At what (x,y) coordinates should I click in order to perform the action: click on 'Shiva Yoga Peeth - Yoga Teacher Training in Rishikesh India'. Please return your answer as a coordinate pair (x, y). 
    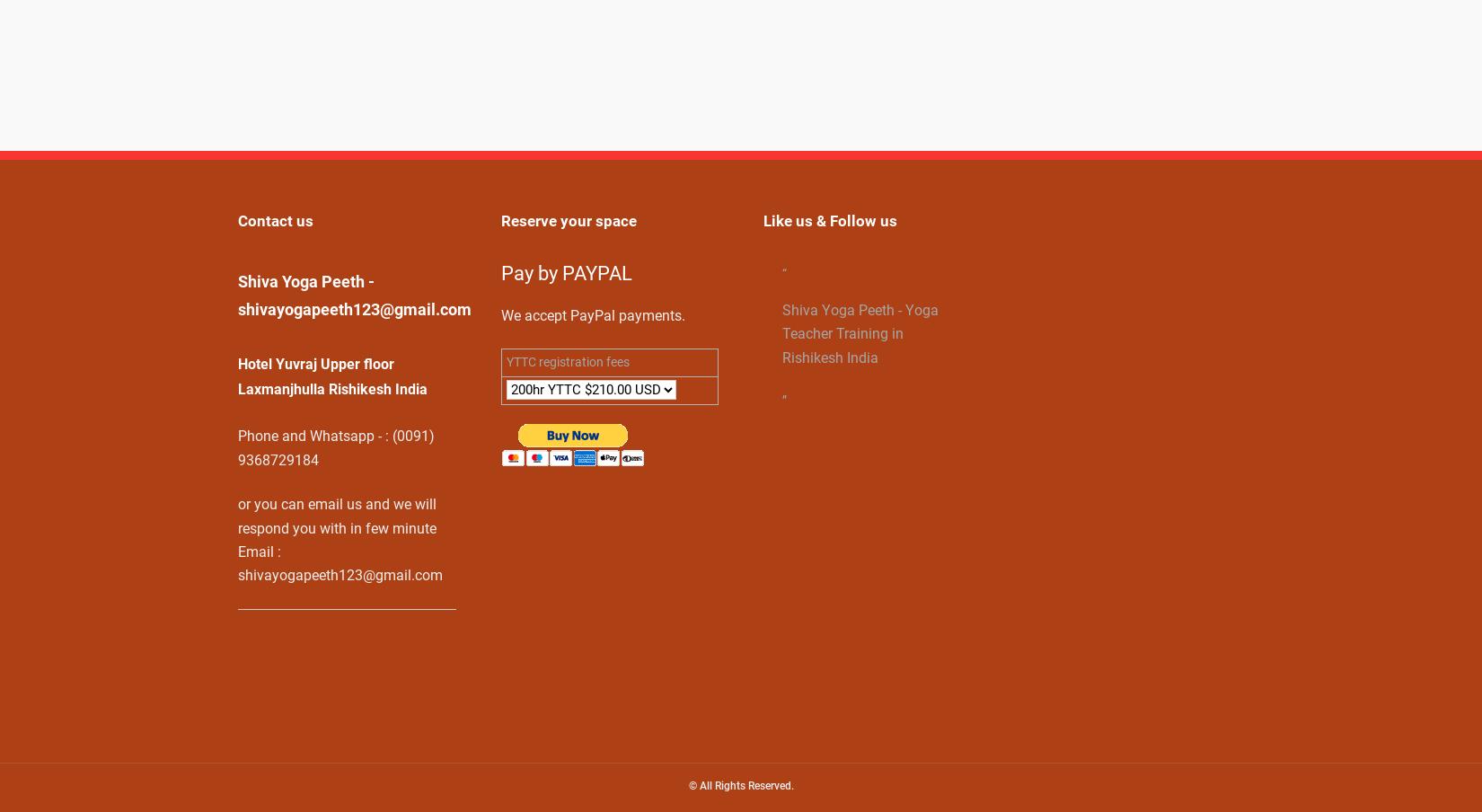
    Looking at the image, I should click on (860, 332).